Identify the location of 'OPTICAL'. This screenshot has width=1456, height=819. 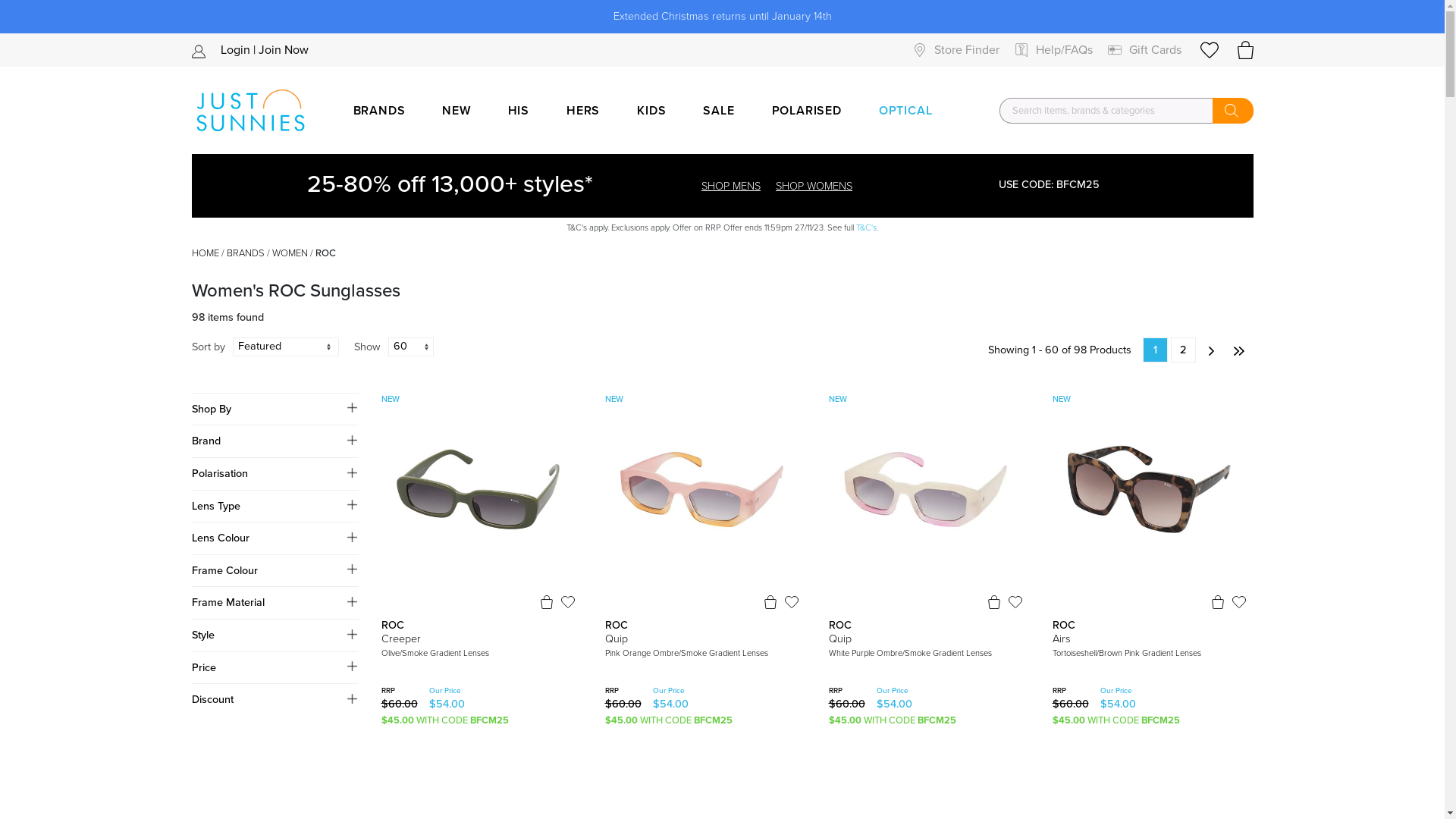
(865, 109).